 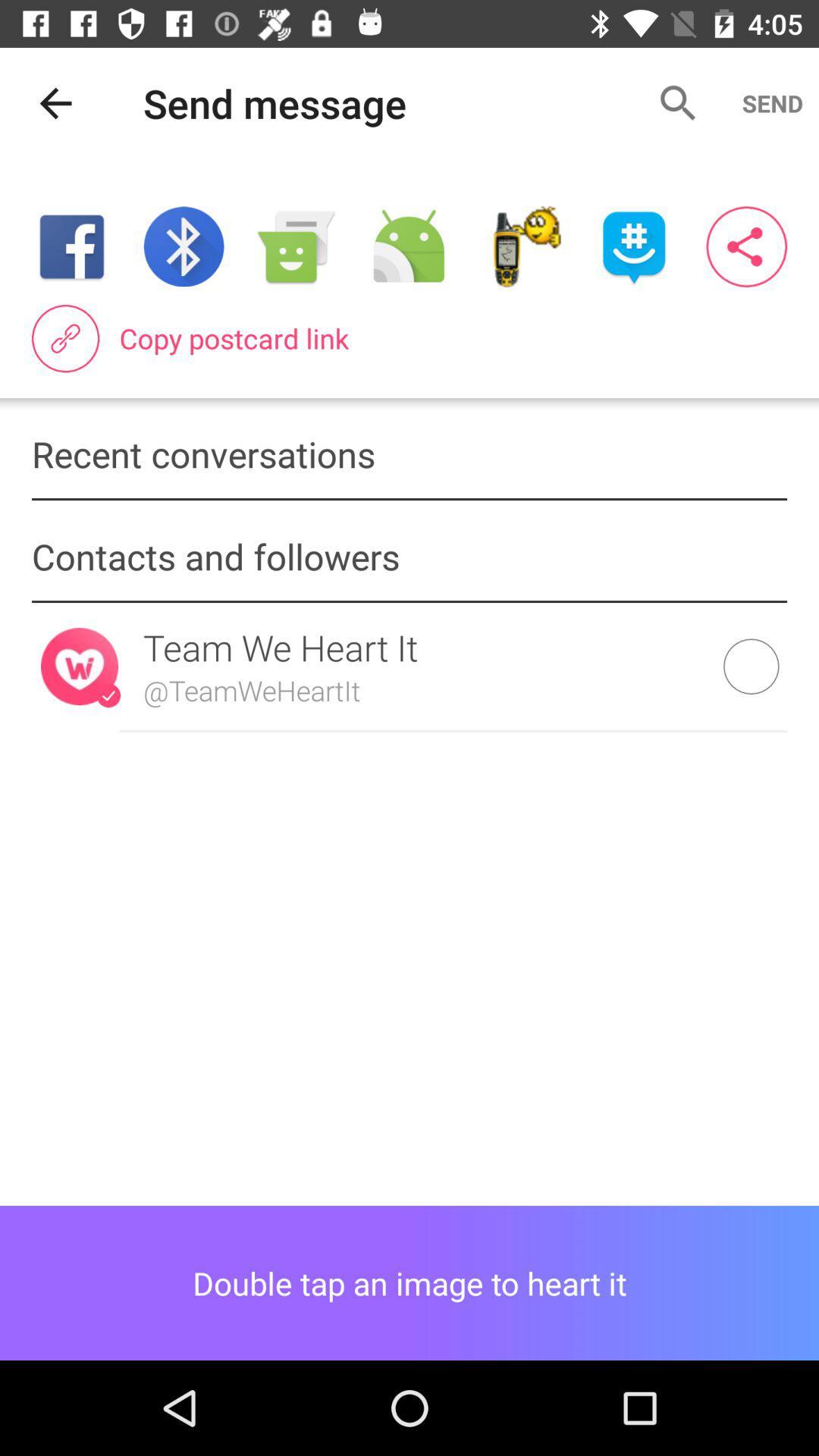 What do you see at coordinates (71, 246) in the screenshot?
I see `share to facebook` at bounding box center [71, 246].